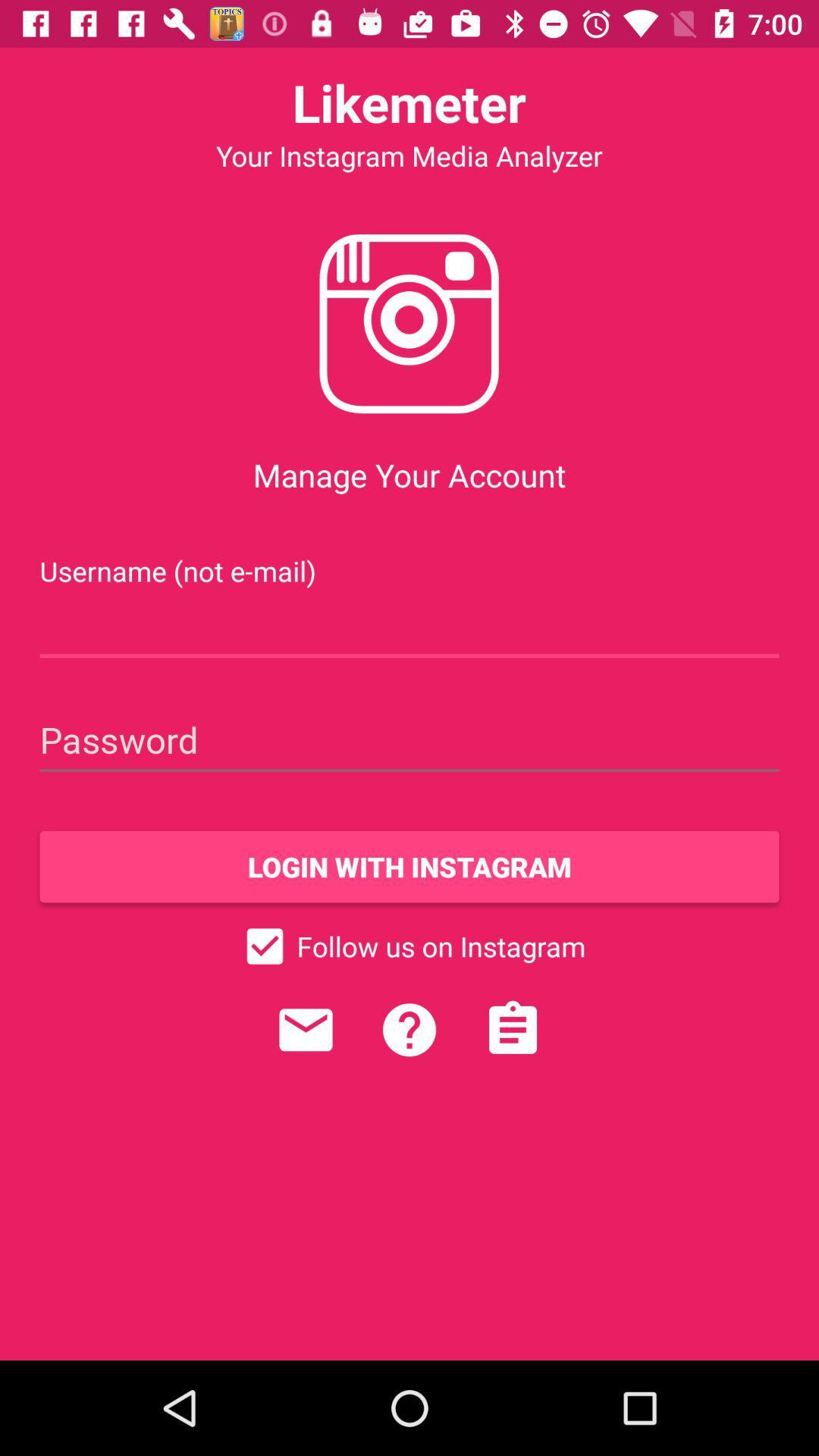 This screenshot has height=1456, width=819. What do you see at coordinates (409, 1030) in the screenshot?
I see `open help` at bounding box center [409, 1030].